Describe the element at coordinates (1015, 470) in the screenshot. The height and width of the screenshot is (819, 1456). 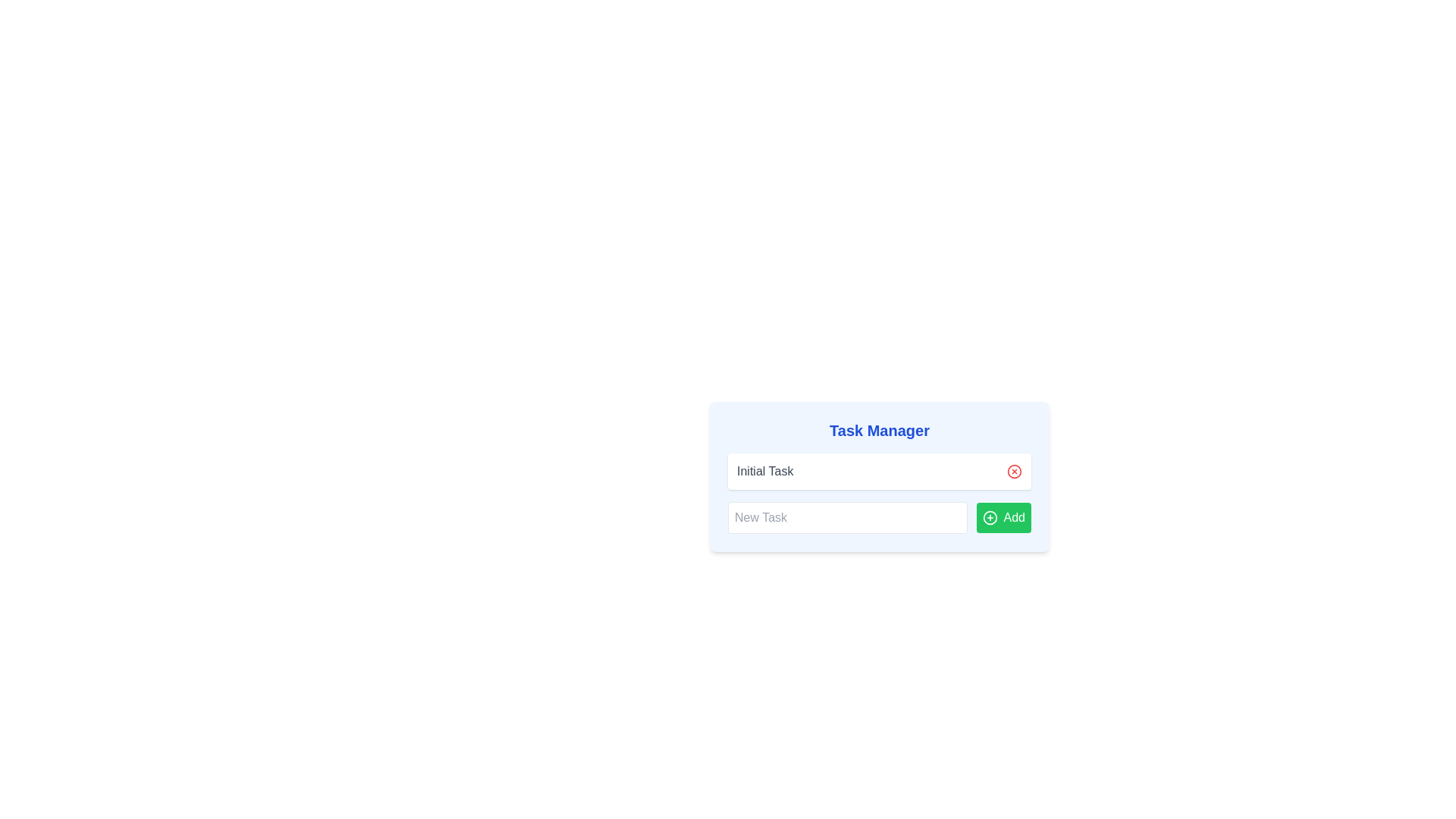
I see `the delete button located to the right of the 'Initial Task' text` at that location.